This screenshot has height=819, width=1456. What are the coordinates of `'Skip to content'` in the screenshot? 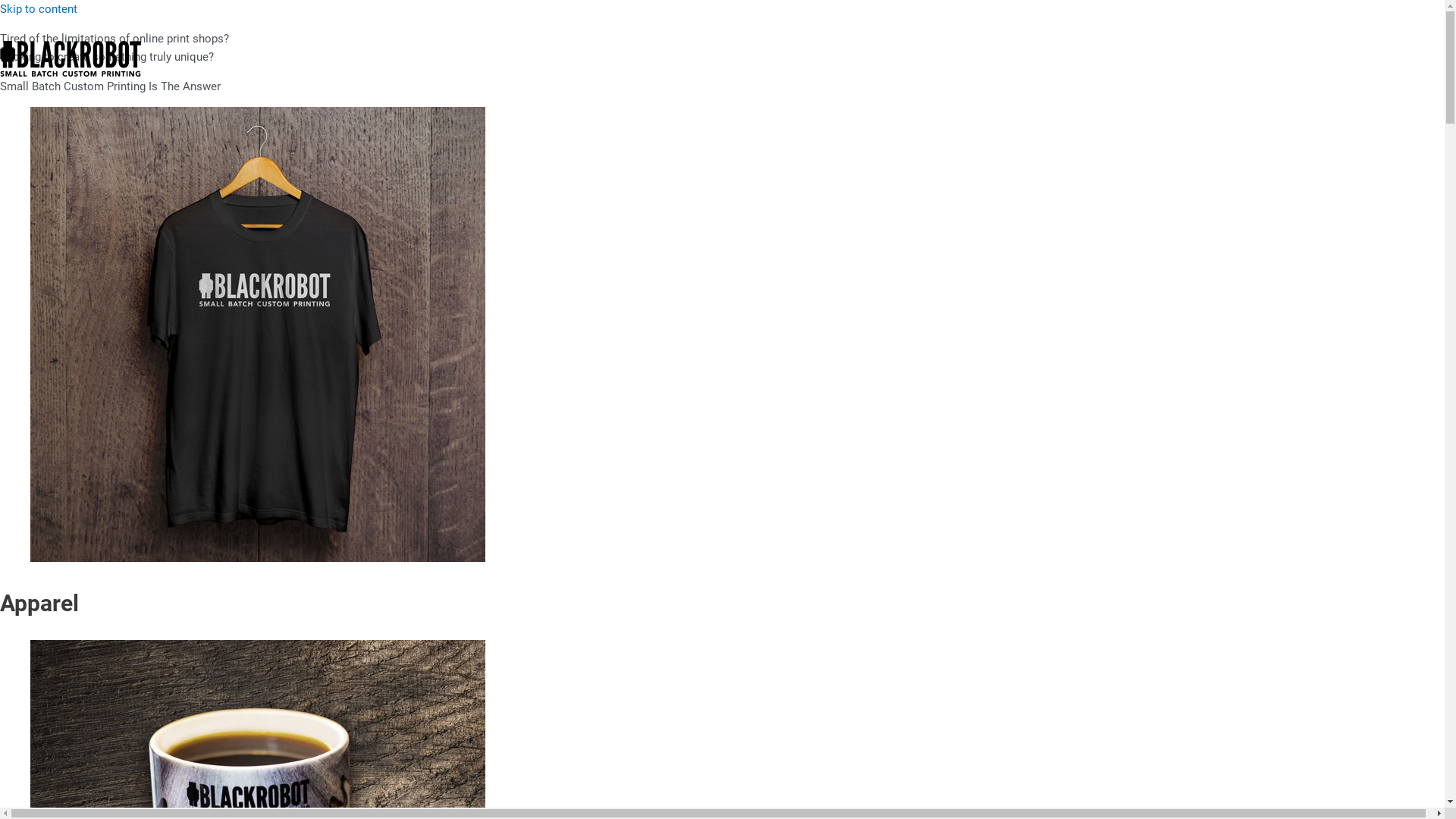 It's located at (0, 8).